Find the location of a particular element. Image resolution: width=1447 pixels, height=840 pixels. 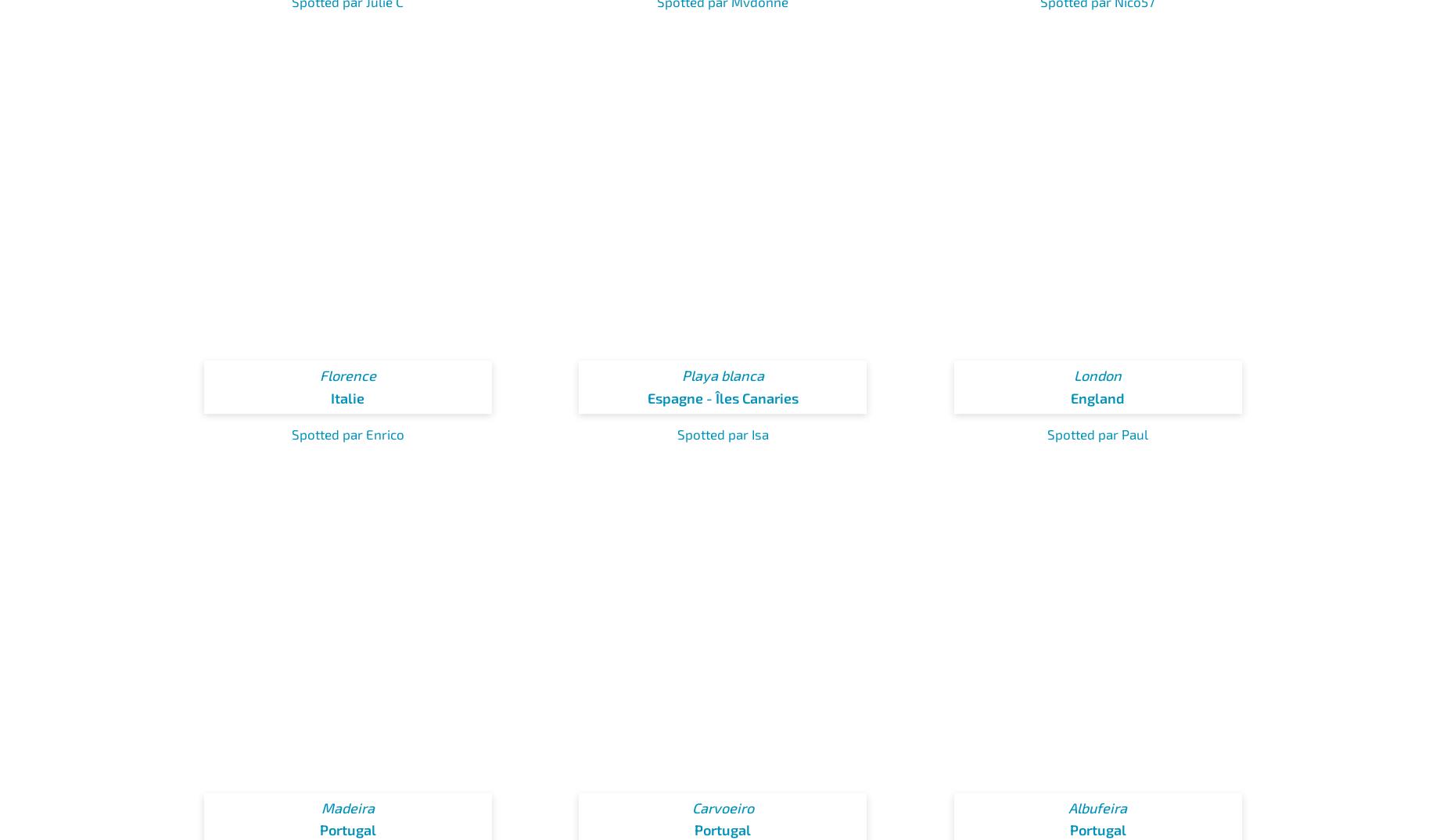

'Albufeira' is located at coordinates (1097, 807).